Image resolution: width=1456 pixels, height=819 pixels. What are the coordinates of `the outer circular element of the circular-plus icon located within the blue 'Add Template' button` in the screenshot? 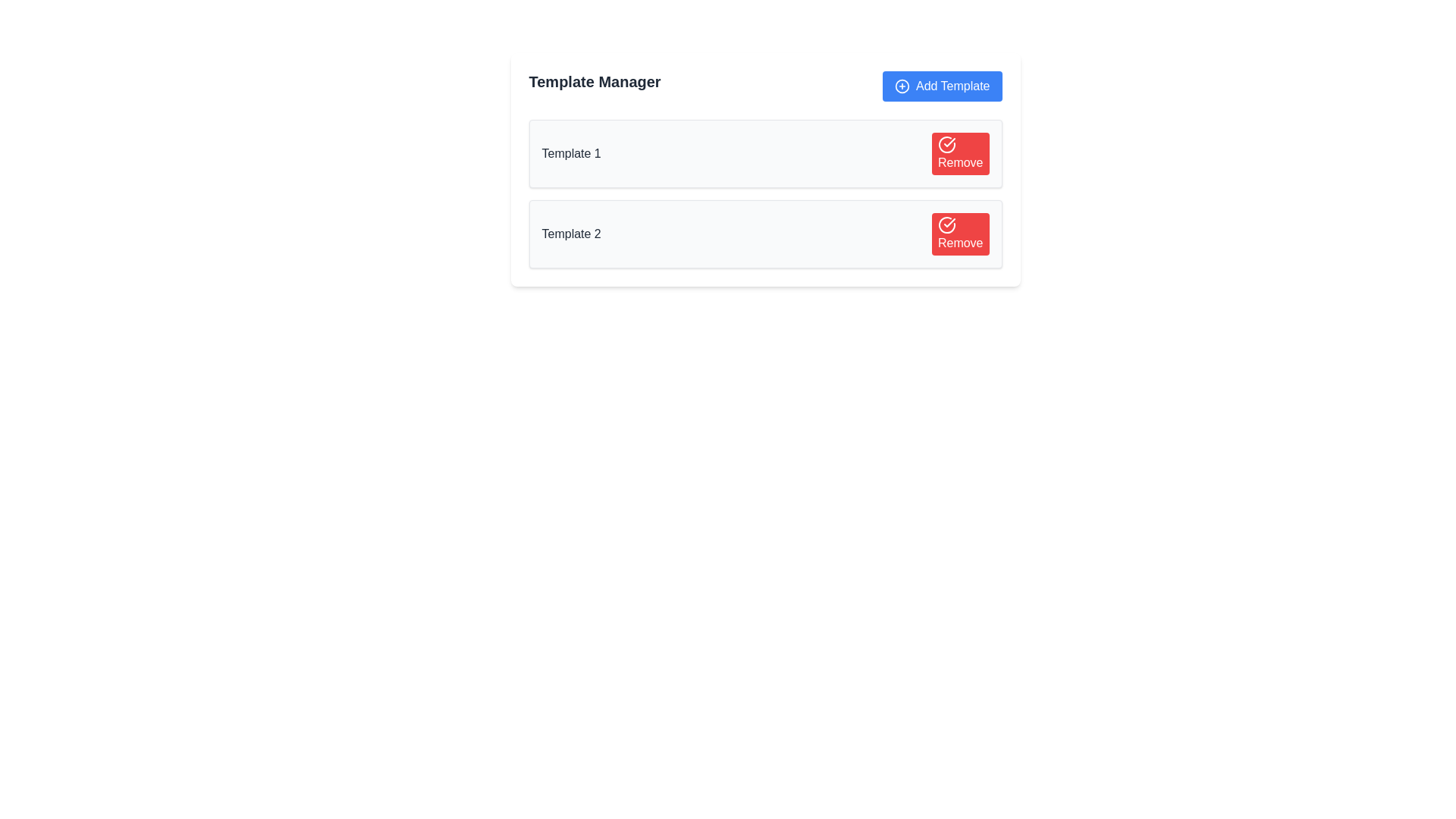 It's located at (902, 86).